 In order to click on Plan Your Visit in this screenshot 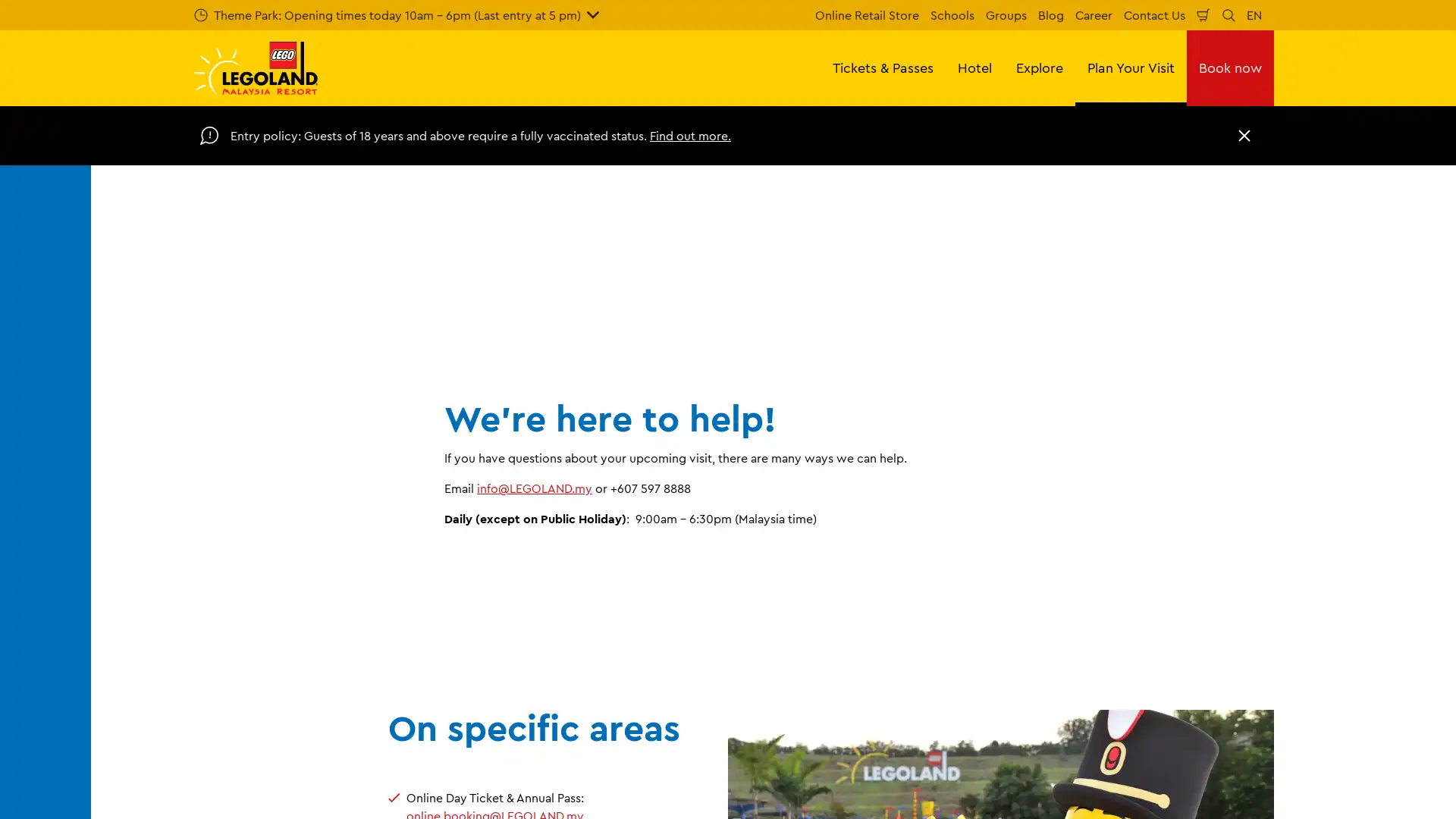, I will do `click(1131, 67)`.